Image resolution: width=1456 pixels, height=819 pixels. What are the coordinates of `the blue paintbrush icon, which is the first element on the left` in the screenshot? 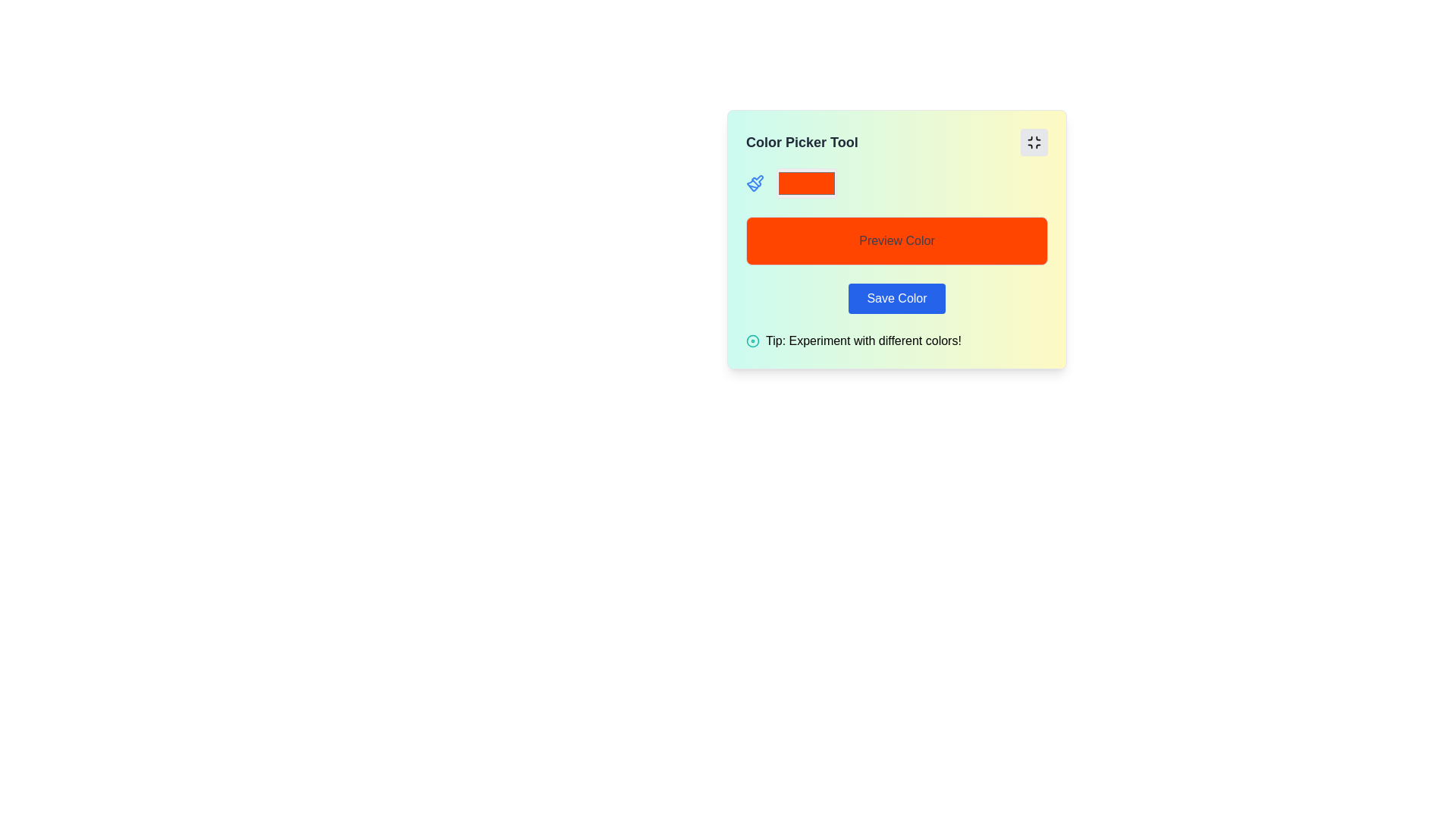 It's located at (755, 183).